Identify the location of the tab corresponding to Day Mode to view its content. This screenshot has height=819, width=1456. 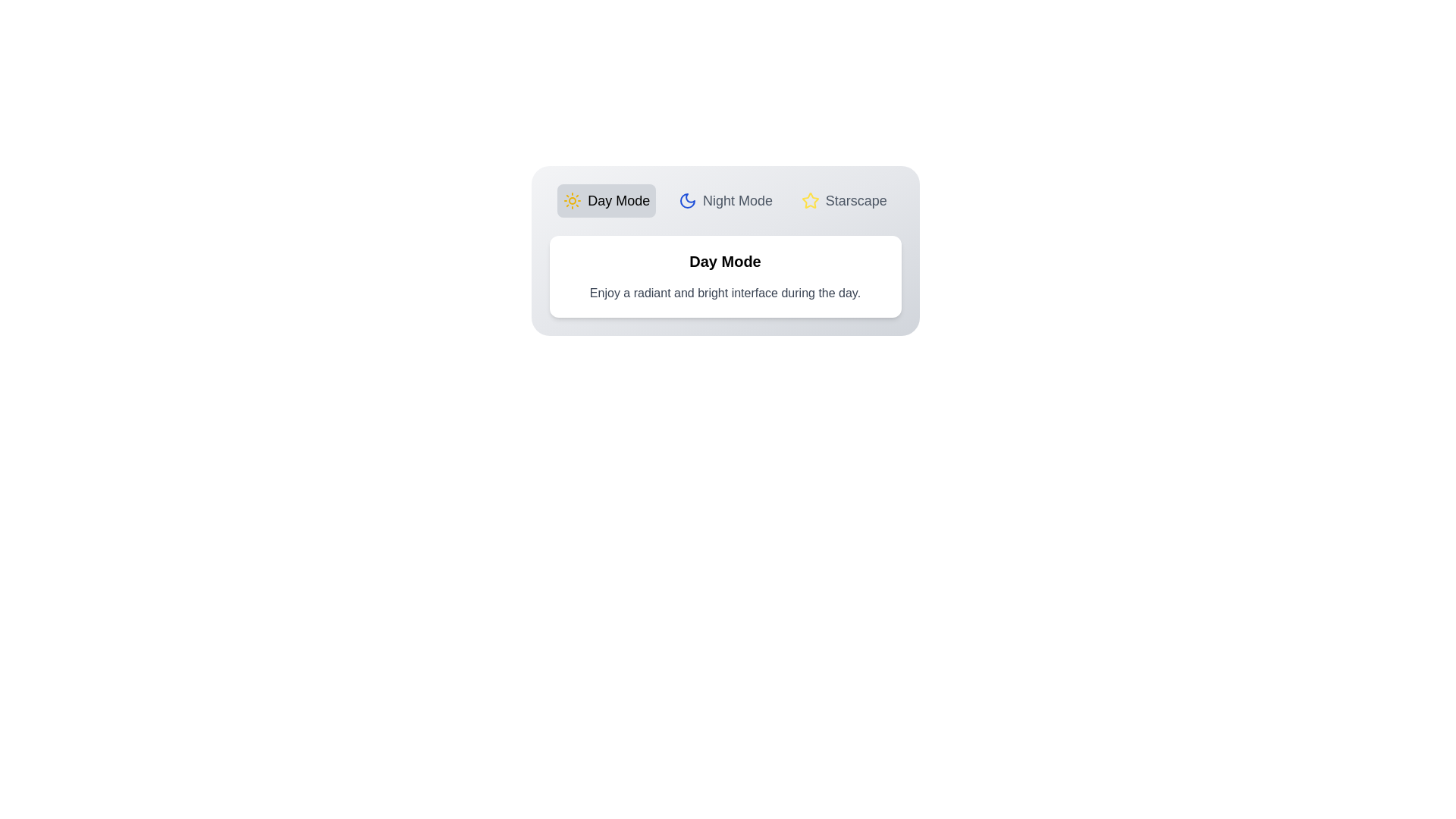
(607, 200).